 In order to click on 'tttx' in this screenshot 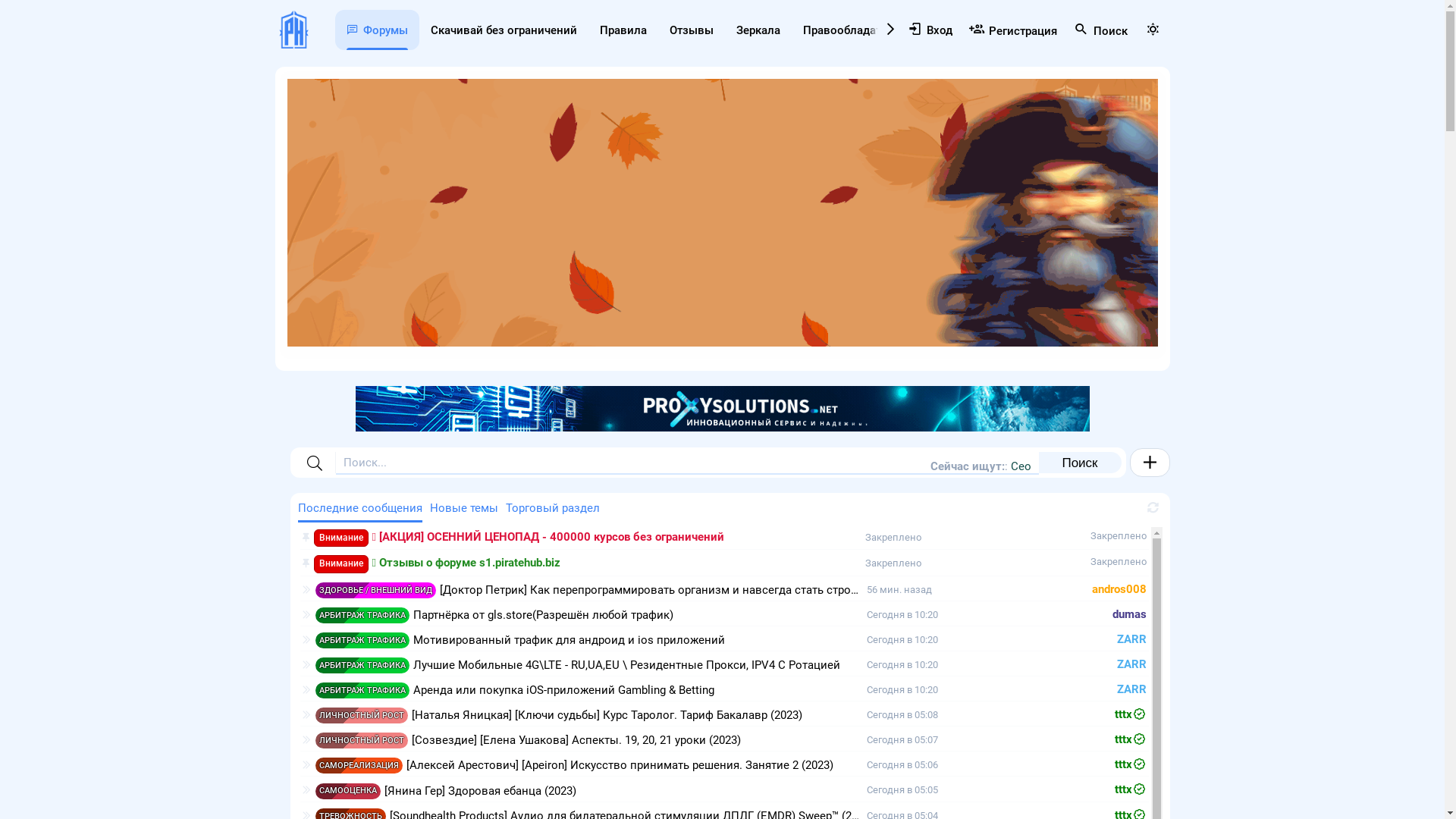, I will do `click(1131, 789)`.